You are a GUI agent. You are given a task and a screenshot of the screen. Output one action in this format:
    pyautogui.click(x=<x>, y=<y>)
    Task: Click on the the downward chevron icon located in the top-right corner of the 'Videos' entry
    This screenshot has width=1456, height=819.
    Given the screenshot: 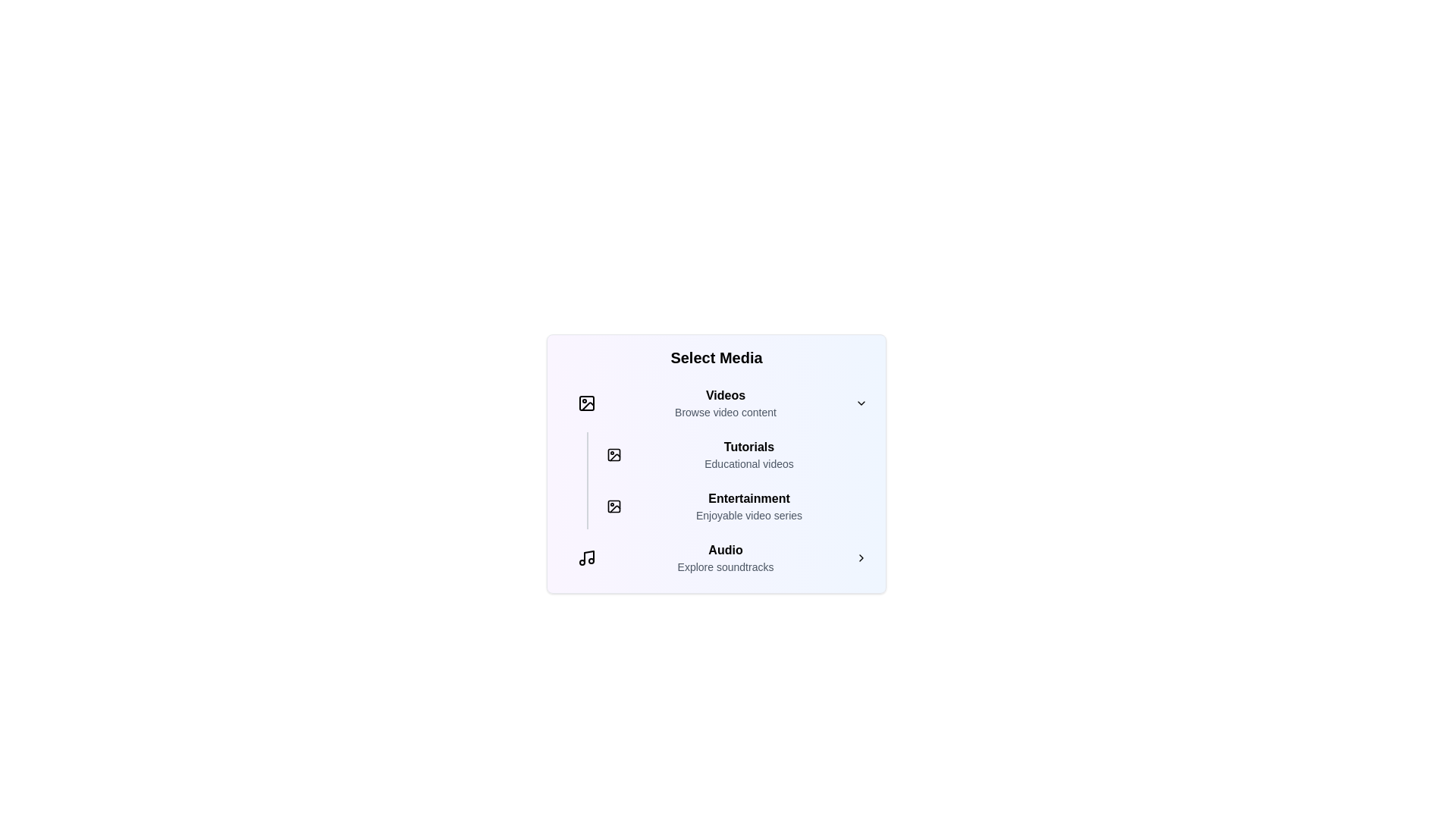 What is the action you would take?
    pyautogui.click(x=861, y=403)
    